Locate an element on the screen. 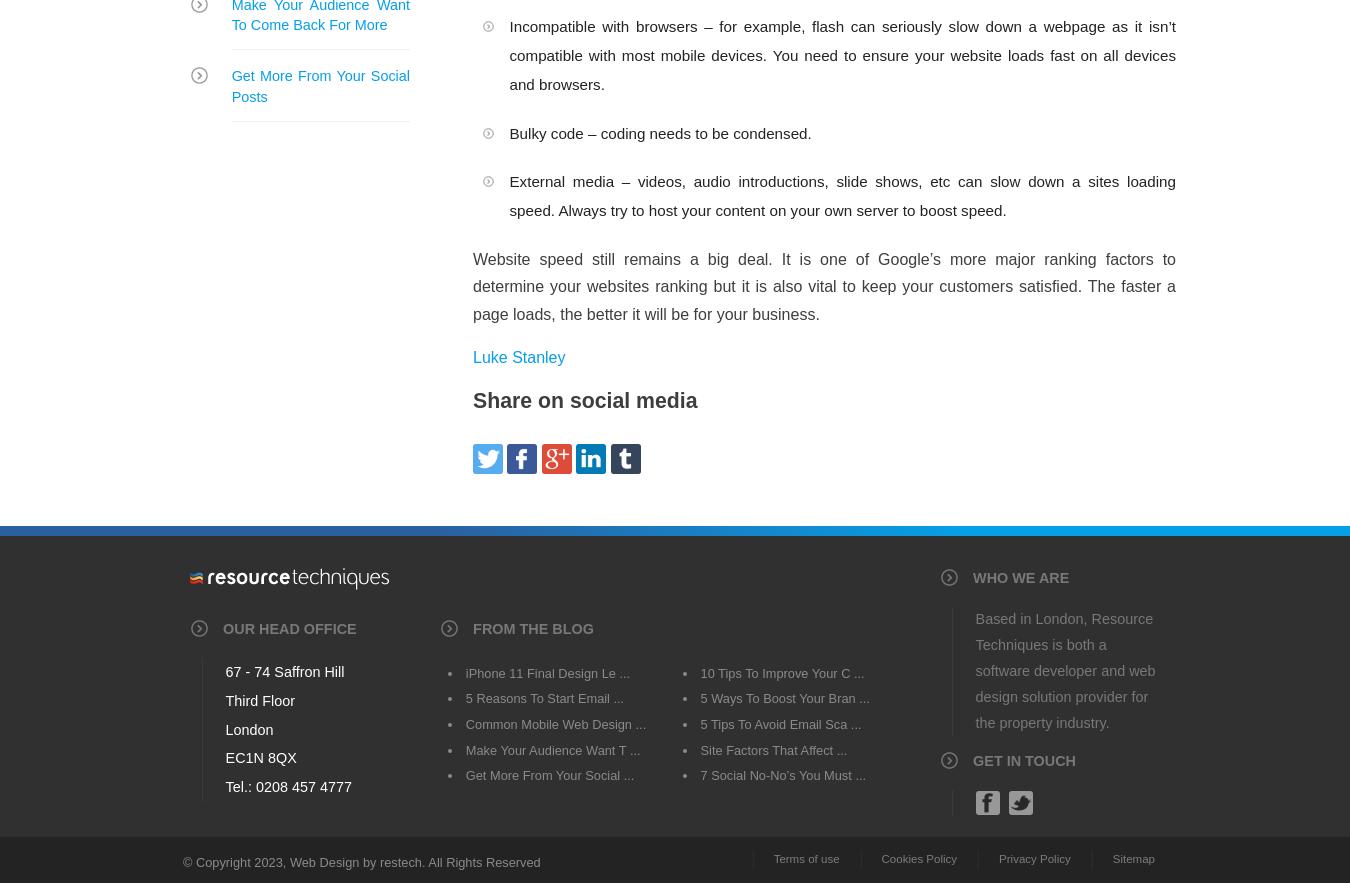 The height and width of the screenshot is (883, 1350). 'Third Floor' is located at coordinates (259, 700).